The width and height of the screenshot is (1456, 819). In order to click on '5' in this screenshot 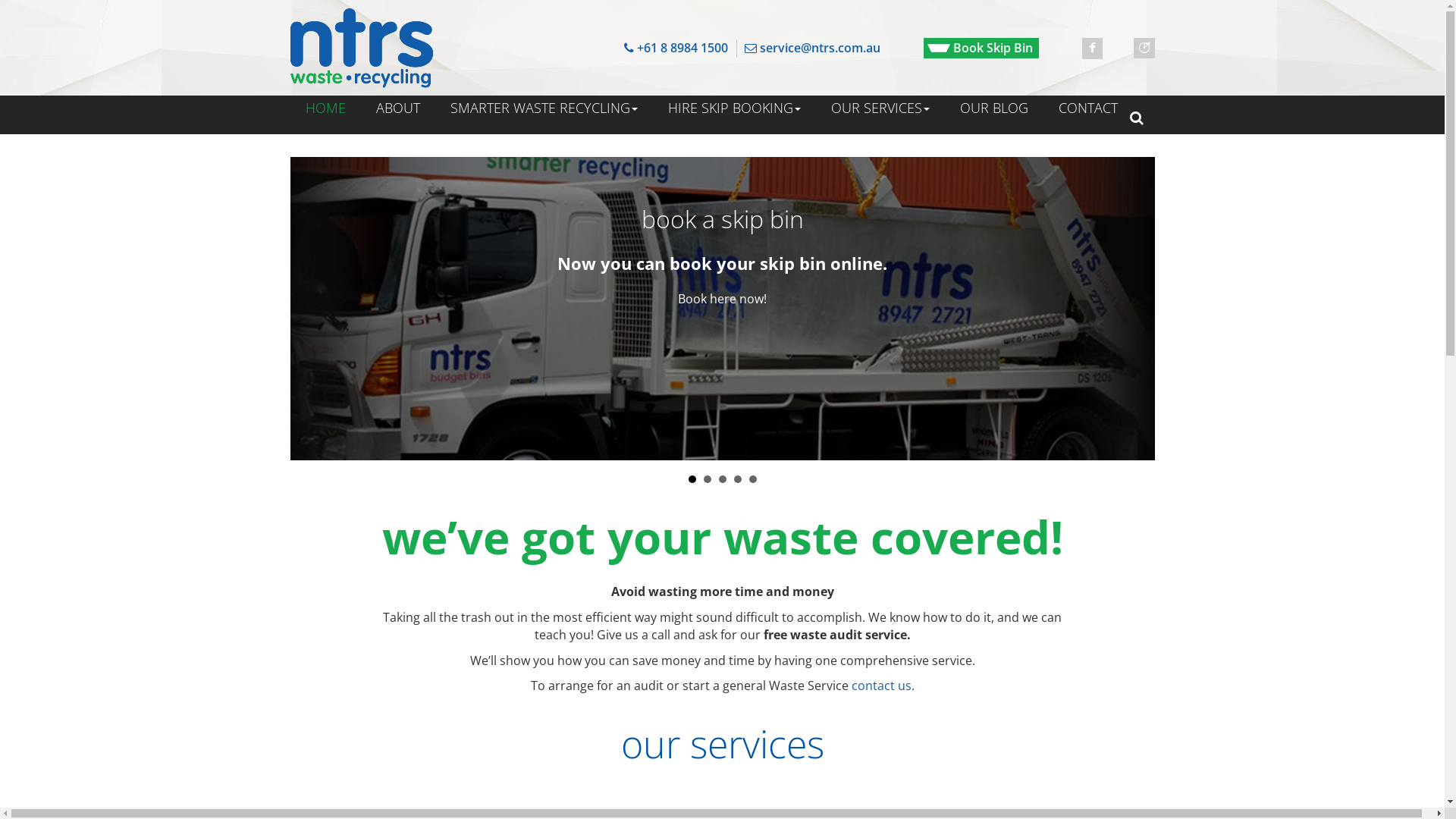, I will do `click(753, 479)`.